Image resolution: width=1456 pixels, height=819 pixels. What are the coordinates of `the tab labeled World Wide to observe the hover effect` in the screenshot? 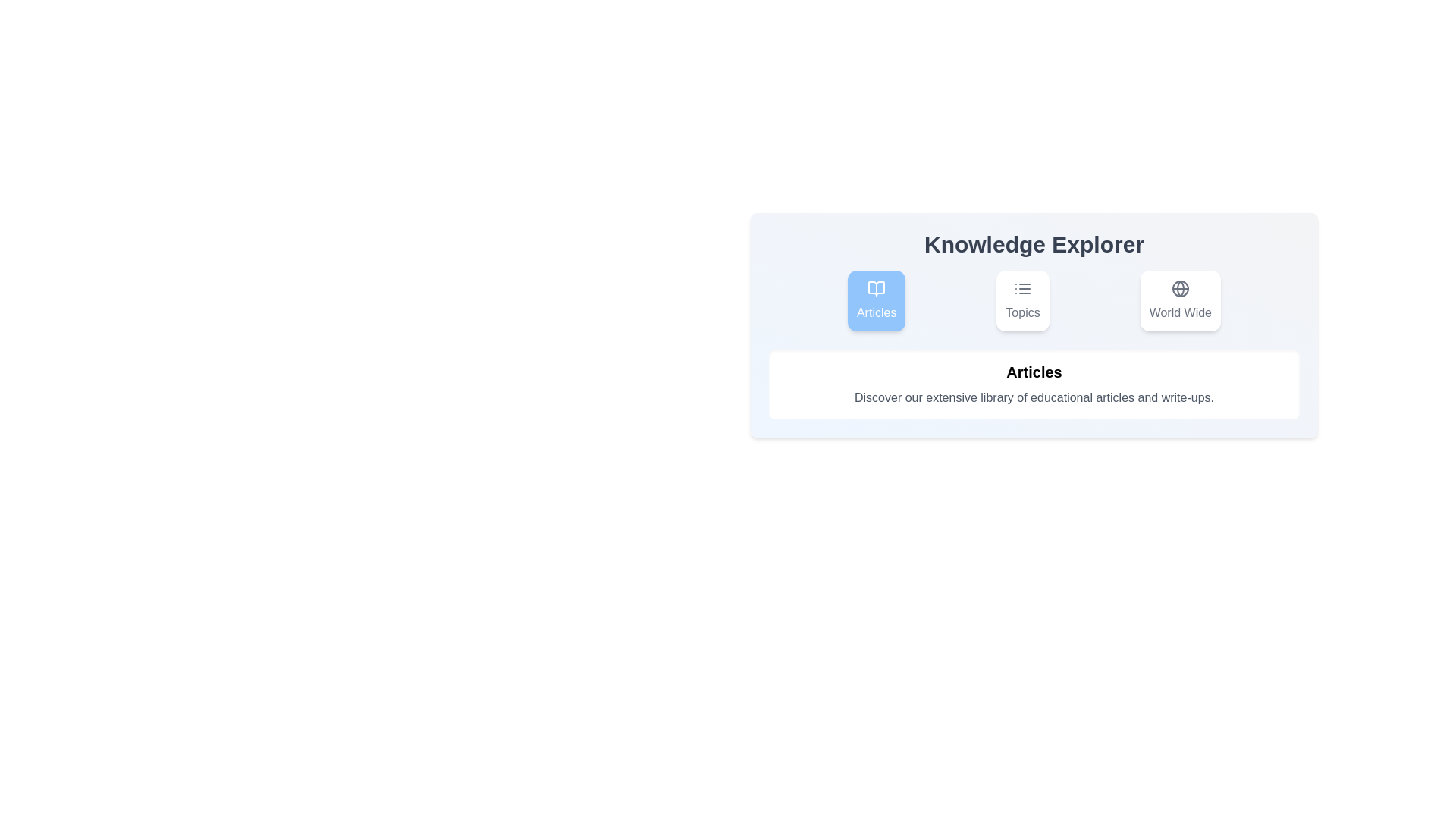 It's located at (1178, 301).